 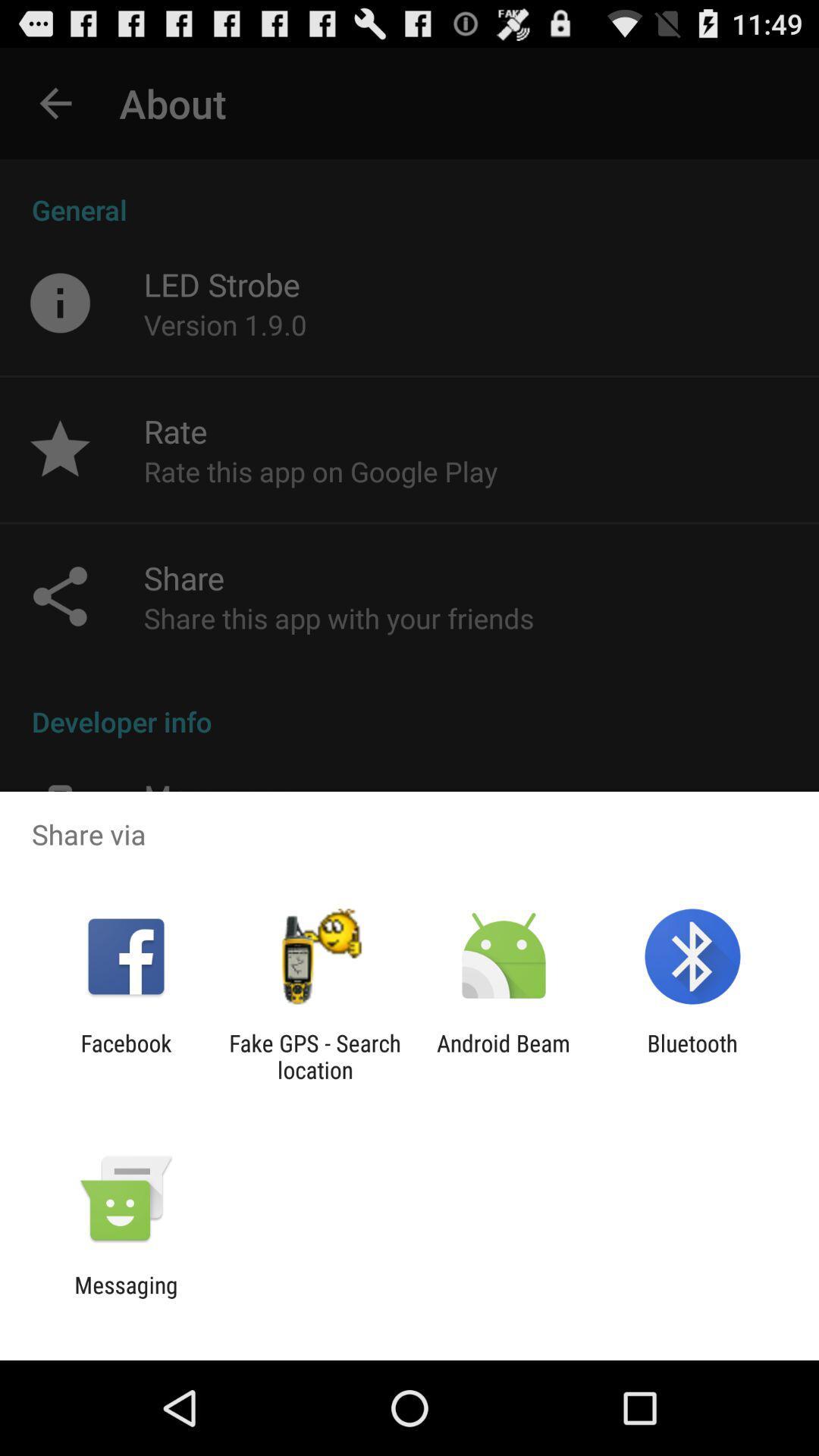 What do you see at coordinates (504, 1056) in the screenshot?
I see `icon to the right of the fake gps search icon` at bounding box center [504, 1056].